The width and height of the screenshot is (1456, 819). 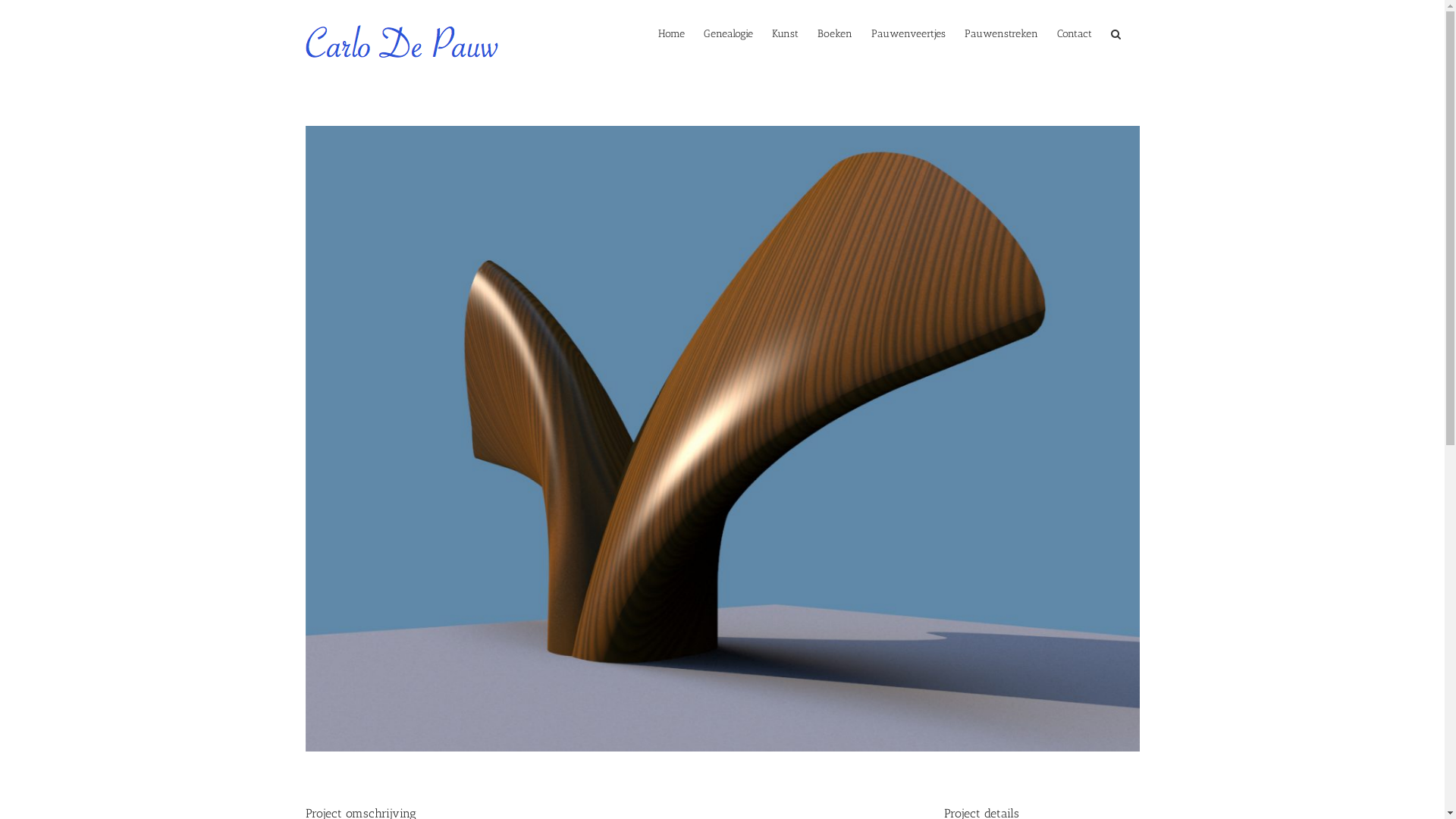 I want to click on 'Pauwenveertjes', so click(x=907, y=32).